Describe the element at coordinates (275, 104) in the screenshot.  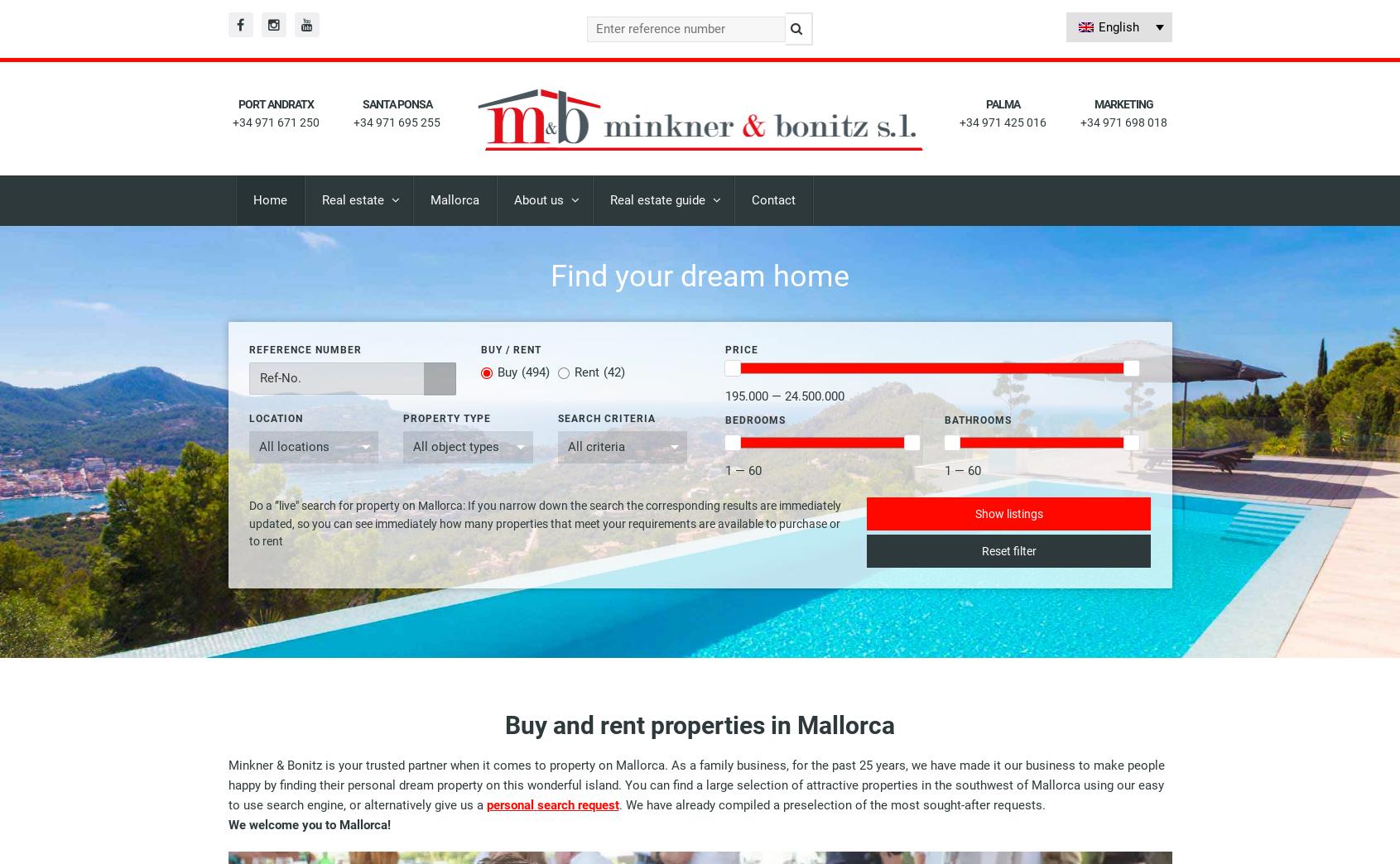
I see `'Port Andratx'` at that location.